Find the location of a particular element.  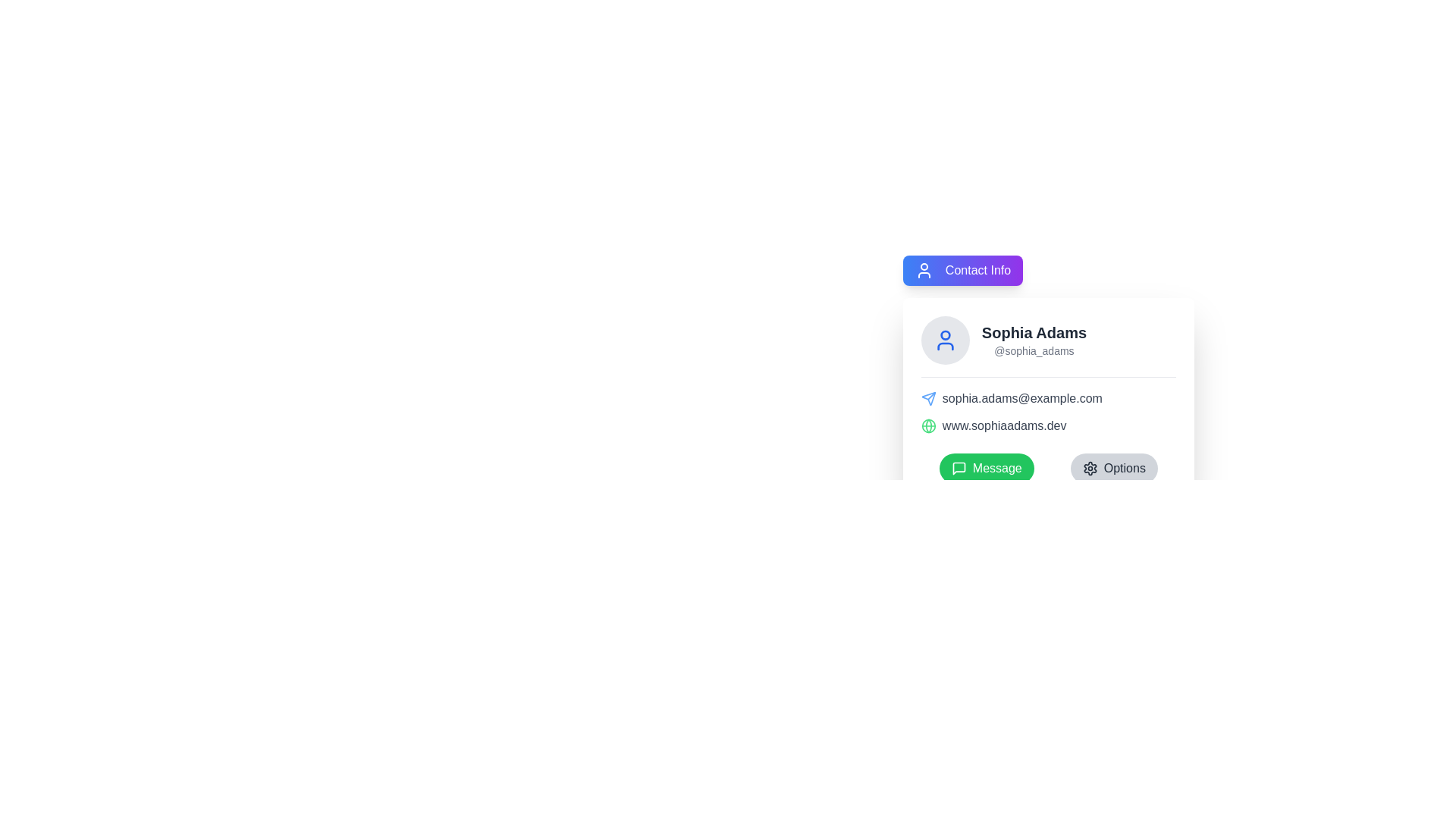

the globe SVG icon located to the left of the text 'www.sophiaadams.dev' is located at coordinates (927, 426).